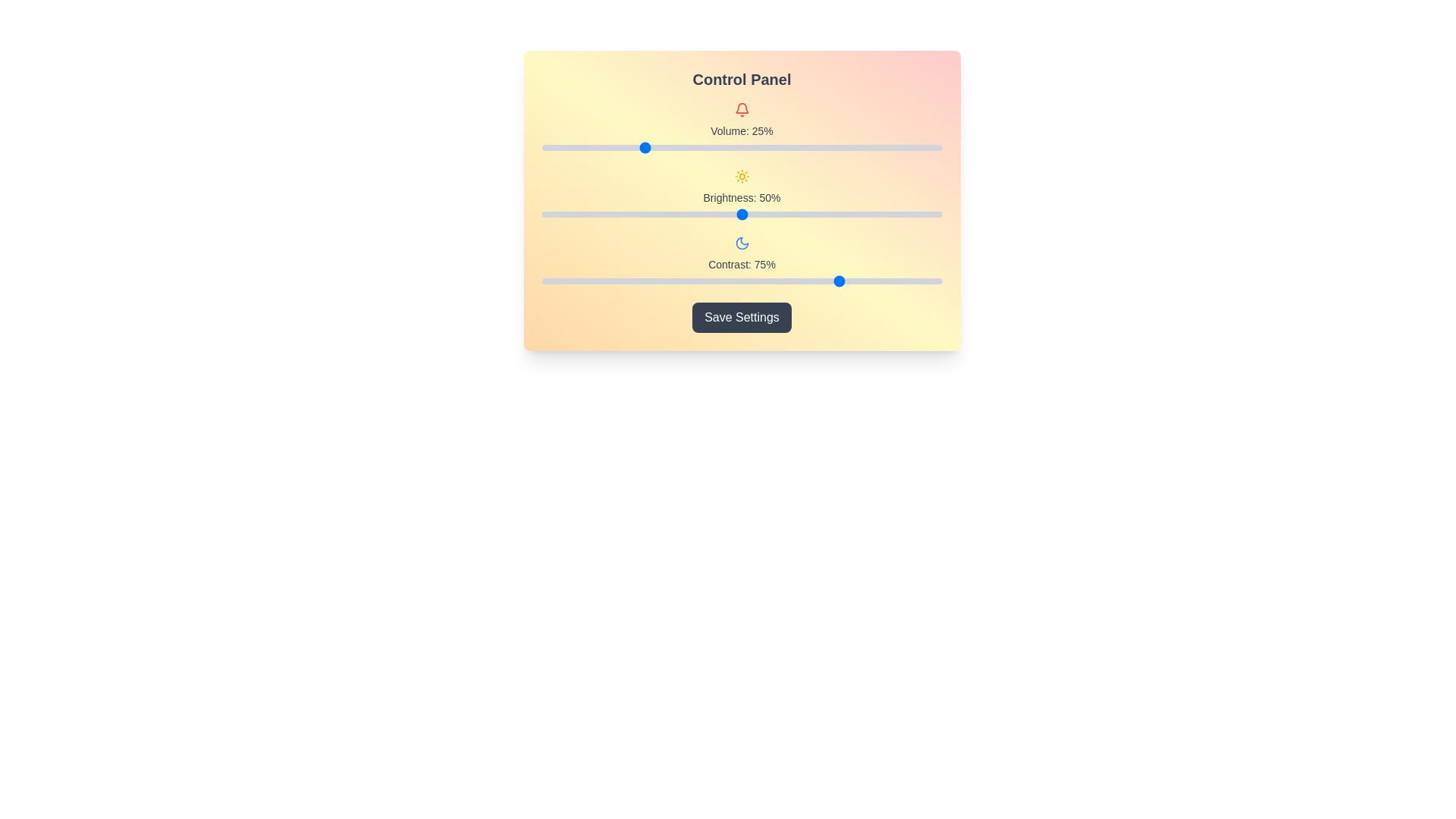  Describe the element at coordinates (778, 148) in the screenshot. I see `the volume` at that location.